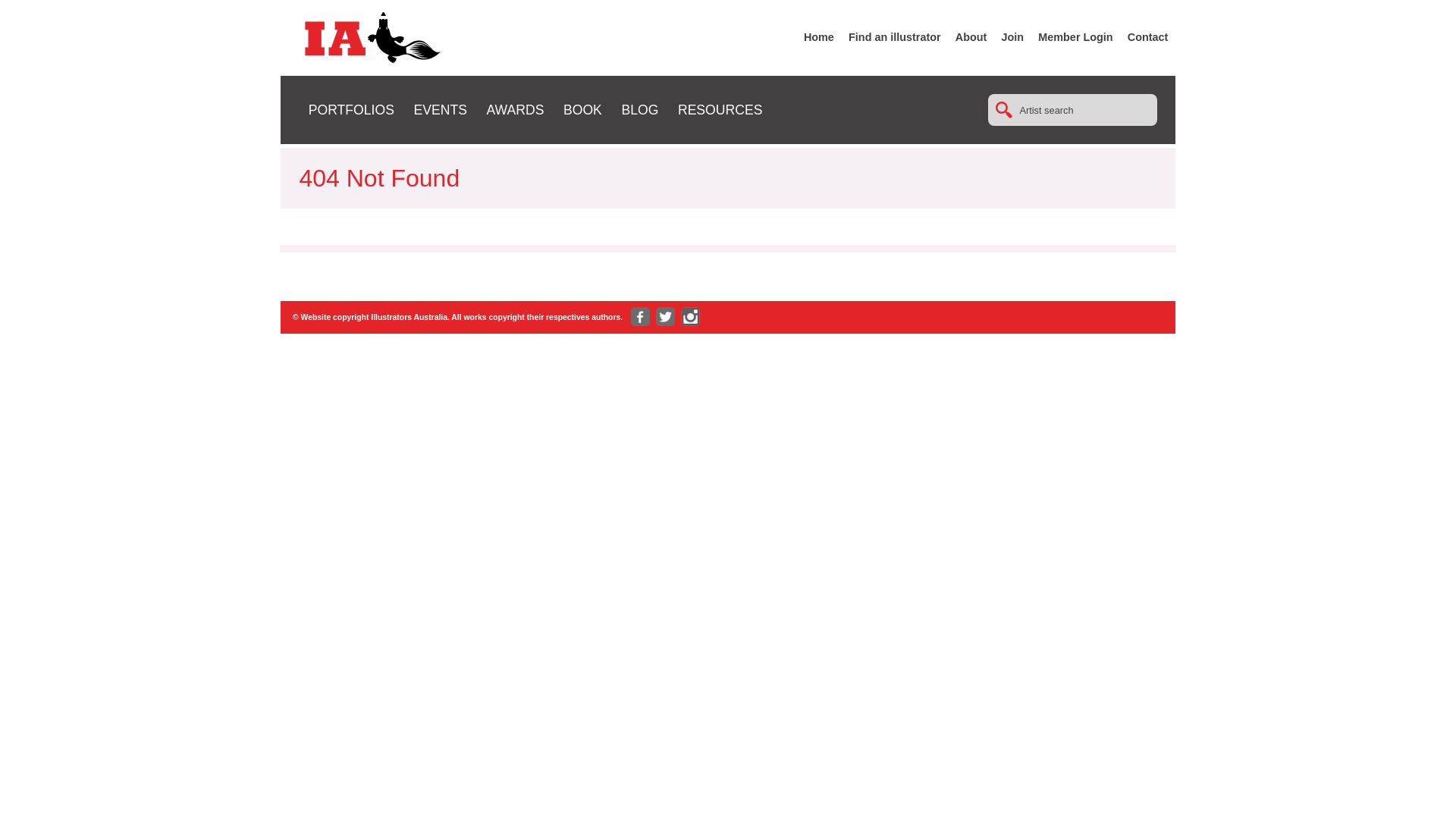 The image size is (1456, 819). What do you see at coordinates (514, 109) in the screenshot?
I see `'AWARDS'` at bounding box center [514, 109].